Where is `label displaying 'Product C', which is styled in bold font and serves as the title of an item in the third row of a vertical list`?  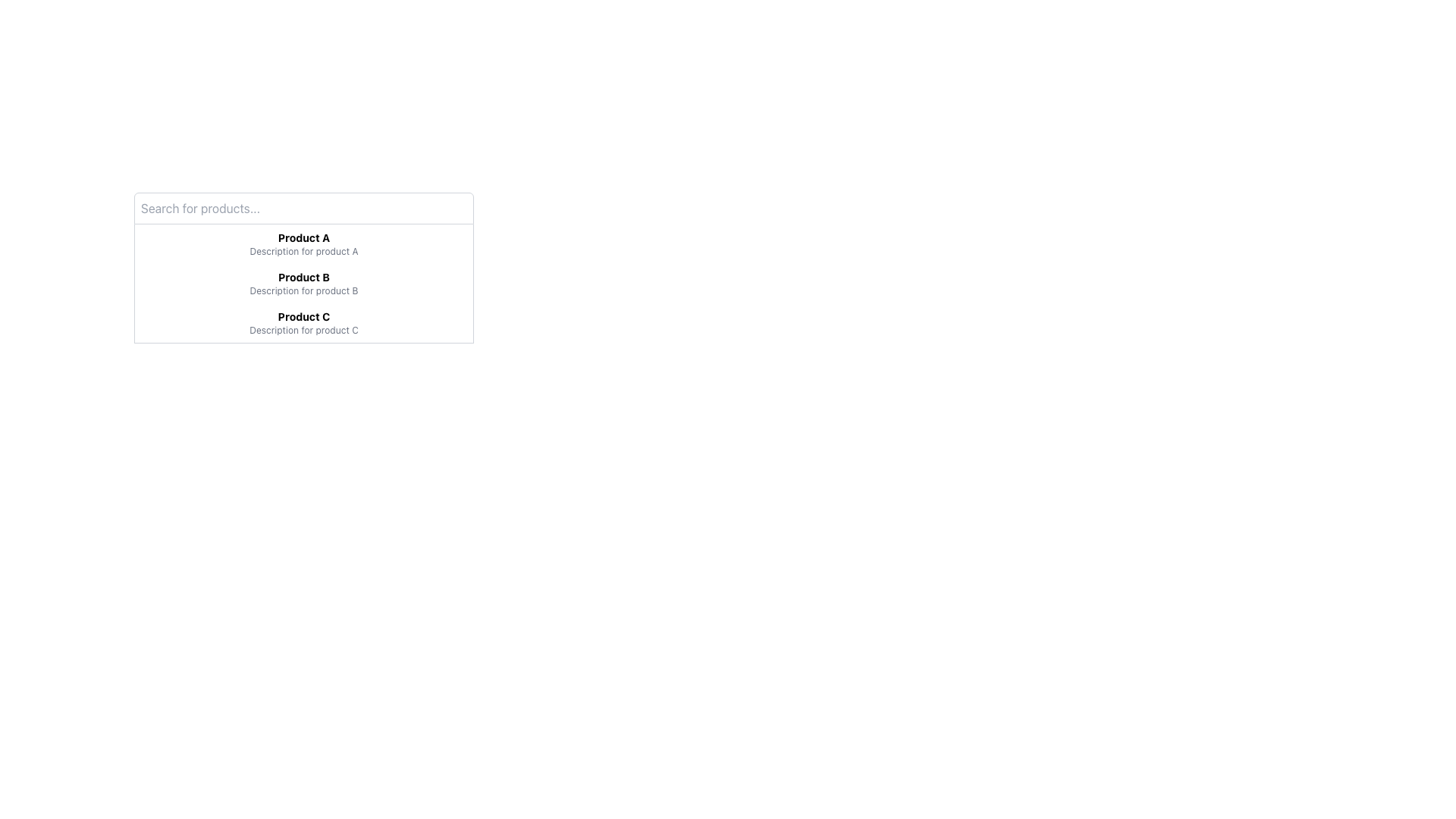 label displaying 'Product C', which is styled in bold font and serves as the title of an item in the third row of a vertical list is located at coordinates (303, 315).